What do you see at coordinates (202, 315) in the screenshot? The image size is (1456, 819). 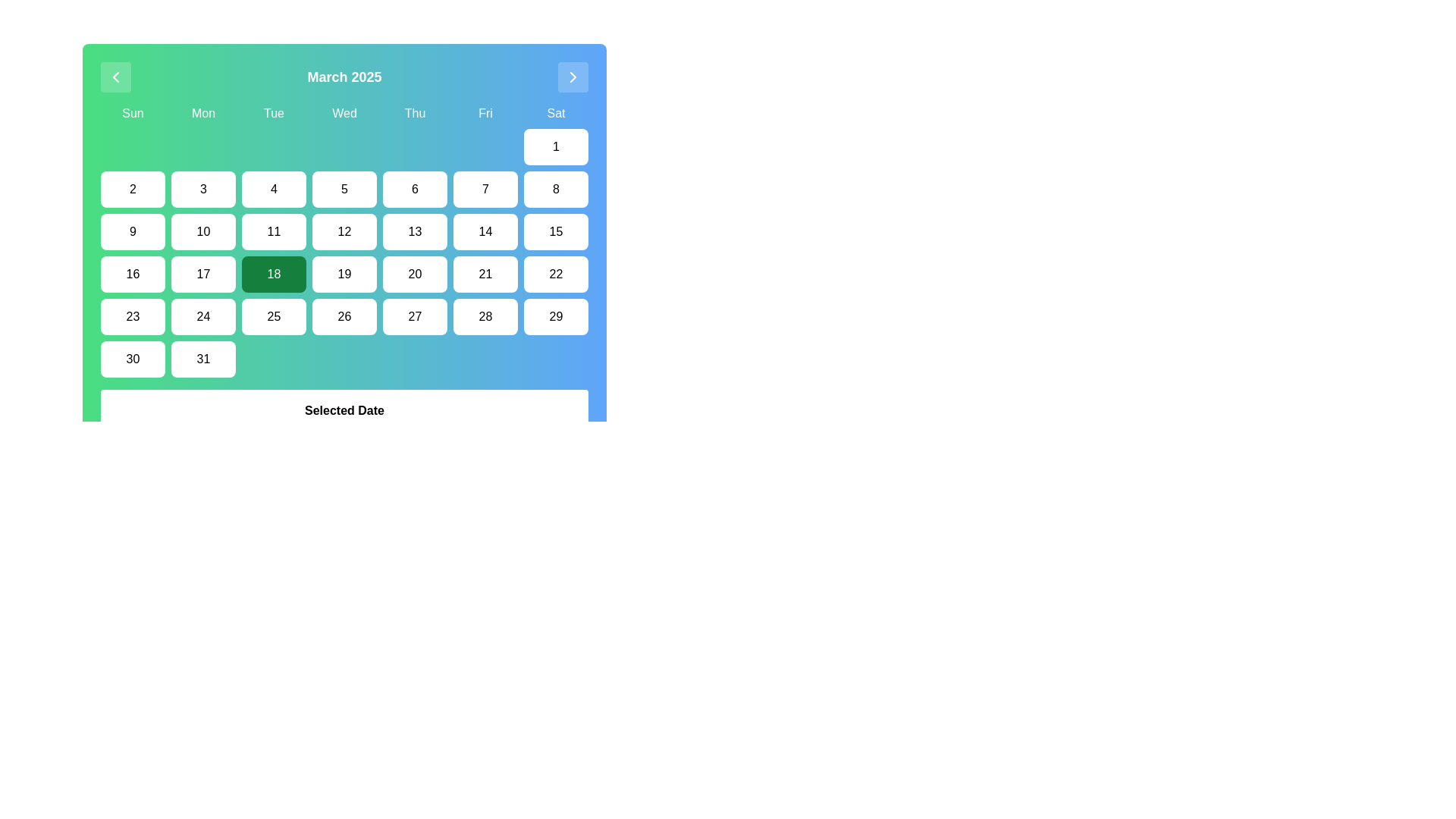 I see `the selectable calendar date button for the 24th day located under the 'Sun' header in the fourth column of the fifth row` at bounding box center [202, 315].